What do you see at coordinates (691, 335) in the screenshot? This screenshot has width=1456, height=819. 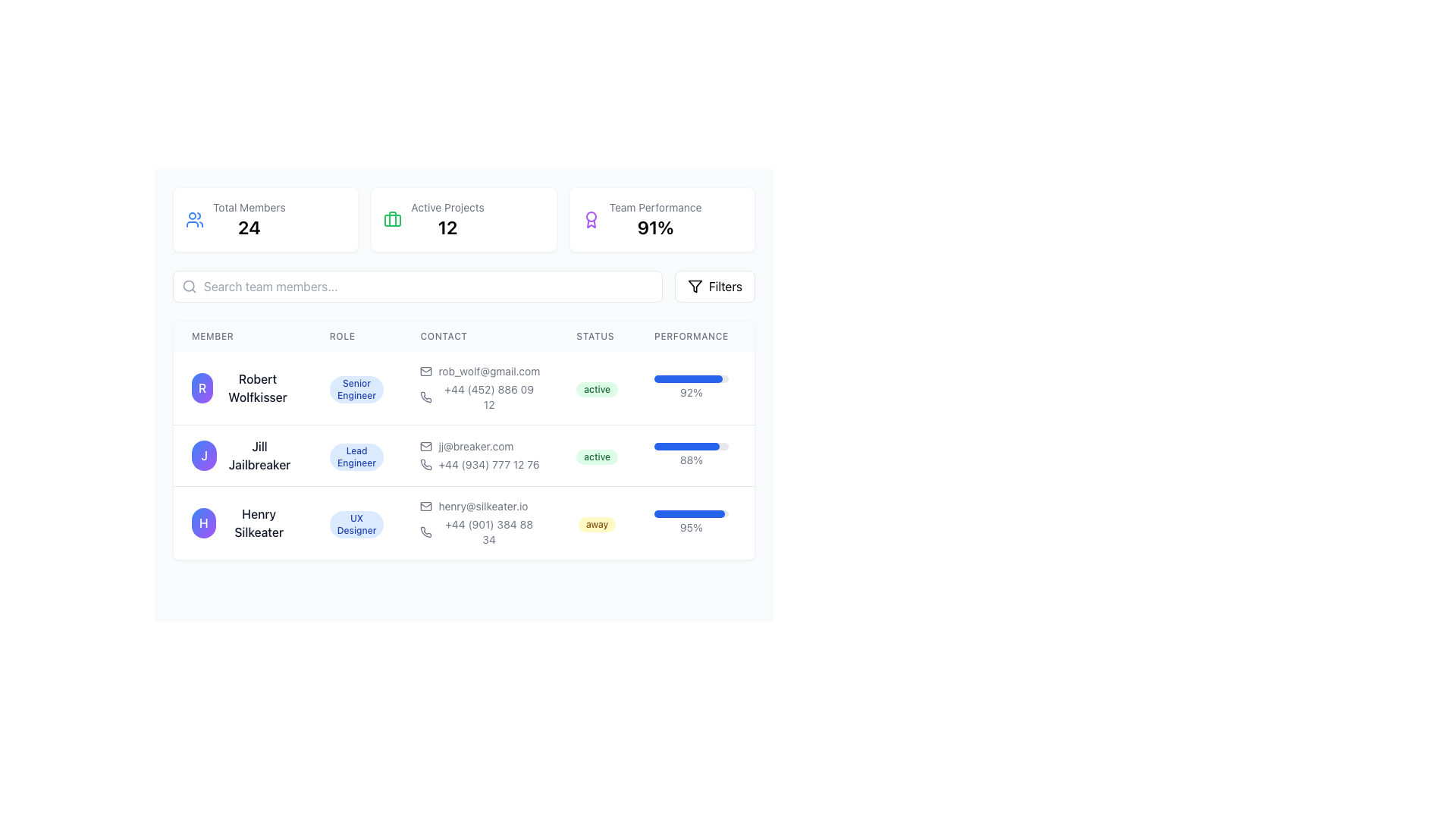 I see `the fifth column header in the data table that indicates performance metrics, located between the 'Status' and 'Actions' columns` at bounding box center [691, 335].